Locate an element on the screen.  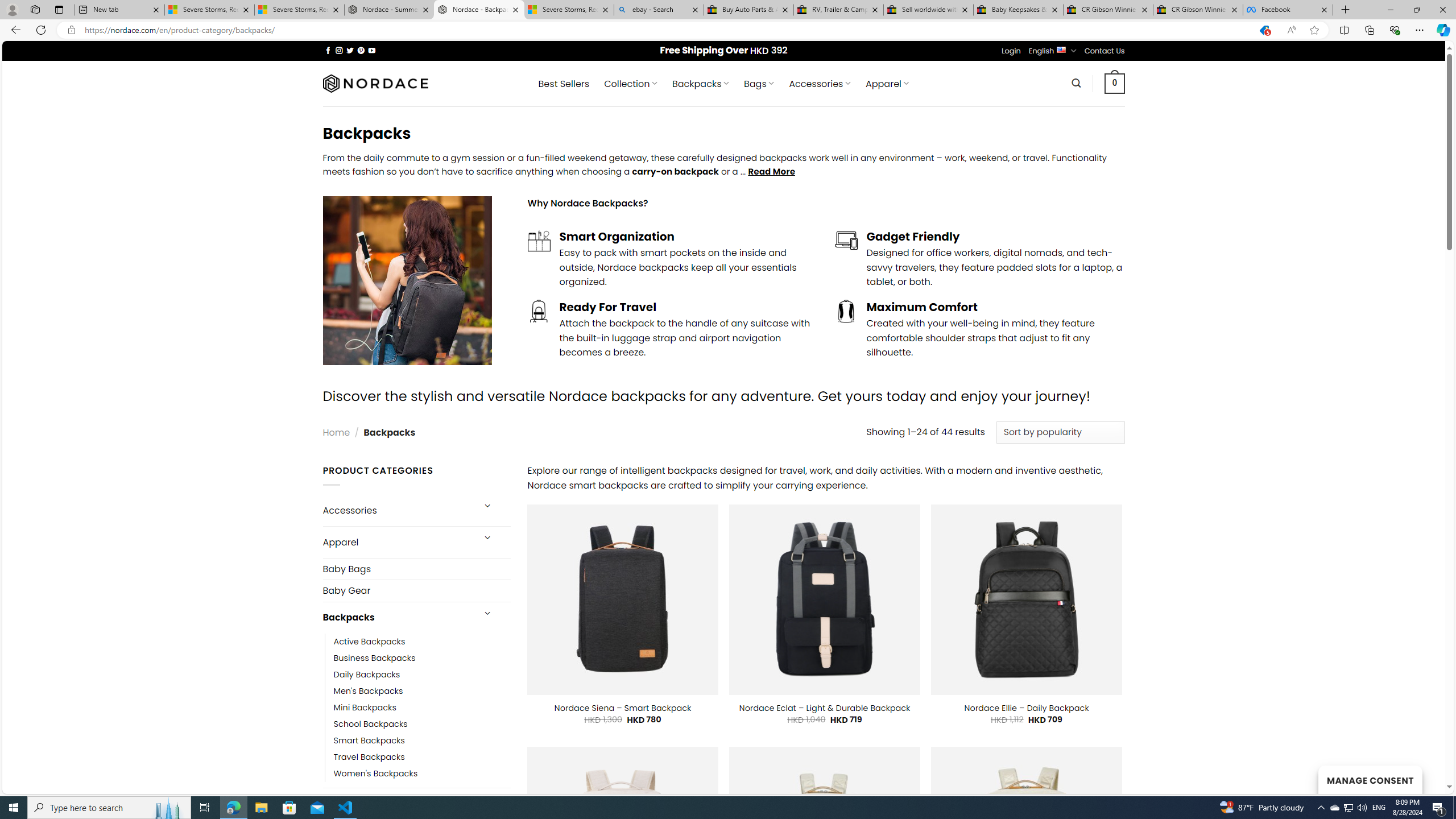
'Mini Backpacks' is located at coordinates (364, 706).